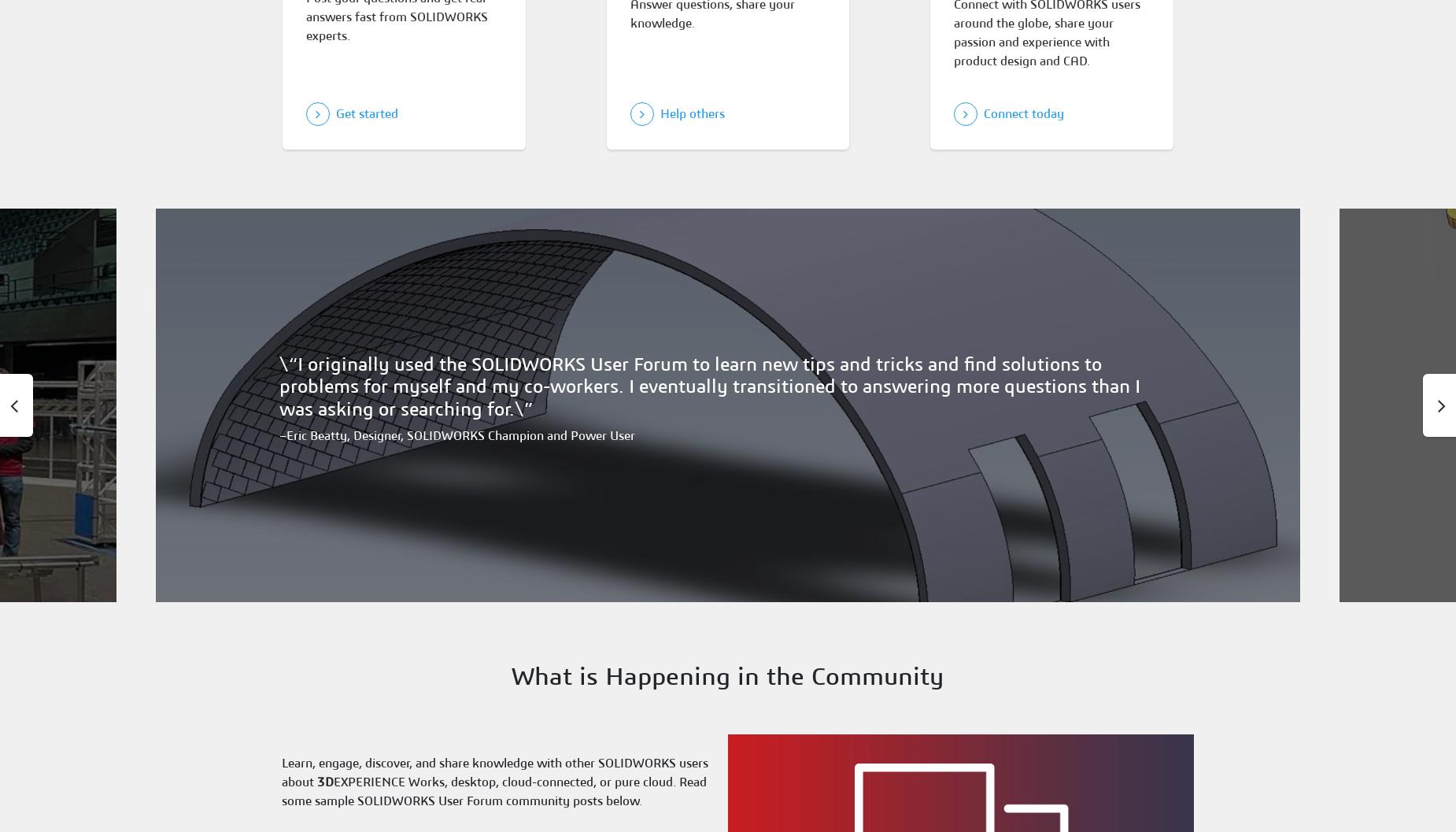 The height and width of the screenshot is (832, 1456). Describe the element at coordinates (457, 361) in the screenshot. I see `'What “getting started” resources are available to help me engage in the'` at that location.